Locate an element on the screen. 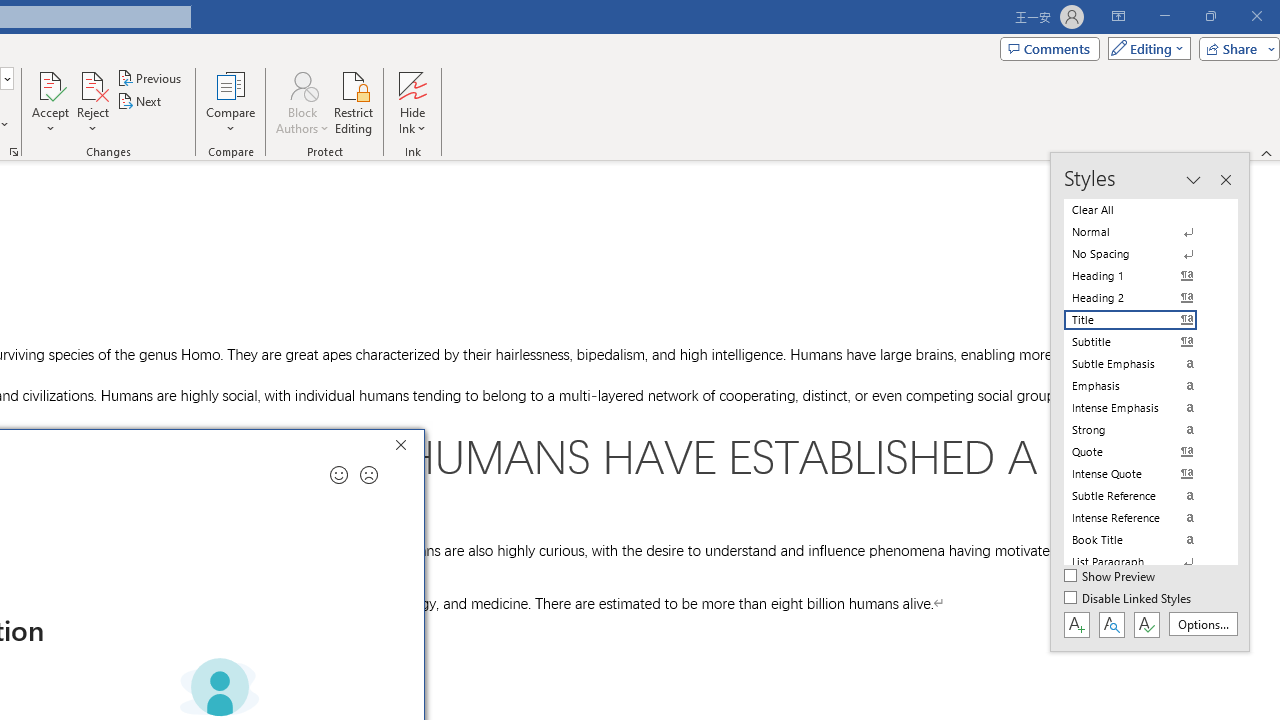  'Intense Quote' is located at coordinates (1142, 474).